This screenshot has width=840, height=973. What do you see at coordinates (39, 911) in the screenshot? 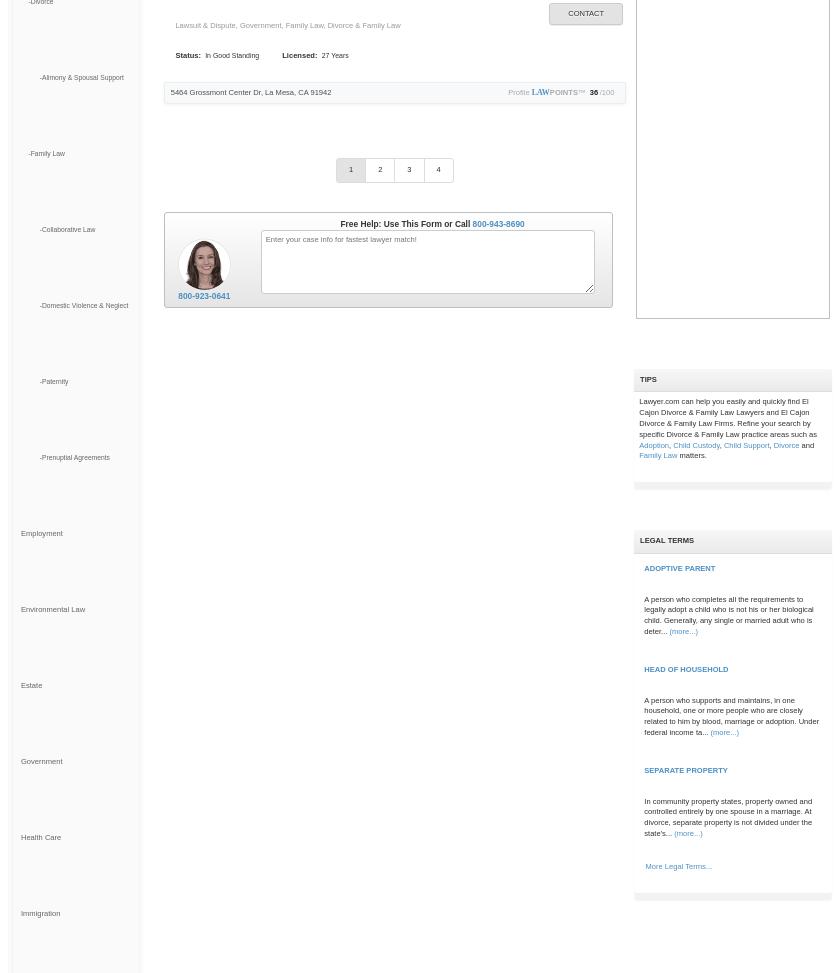
I see `'Immigration'` at bounding box center [39, 911].